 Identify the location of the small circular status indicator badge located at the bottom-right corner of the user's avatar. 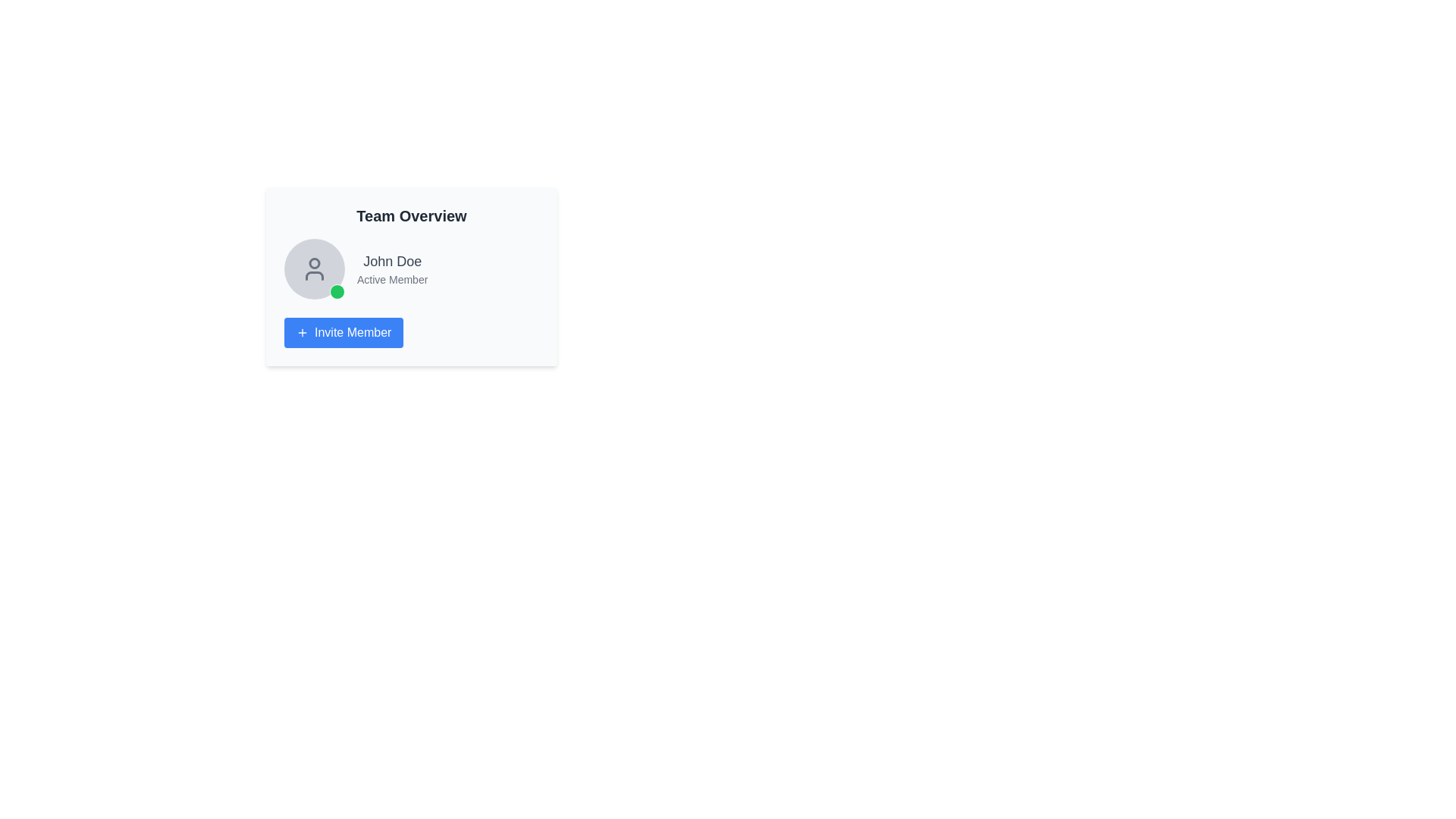
(337, 292).